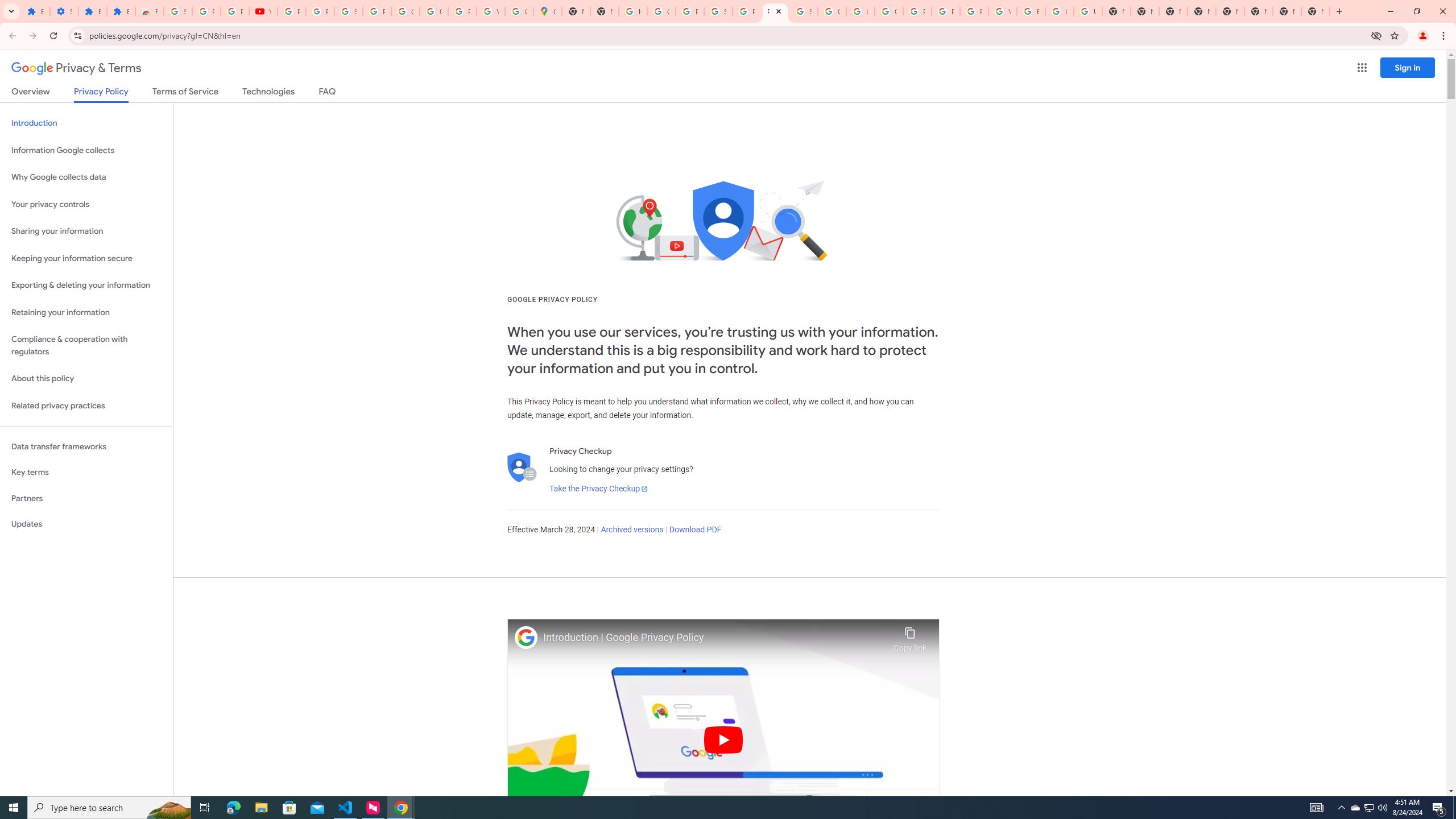 Image resolution: width=1456 pixels, height=819 pixels. What do you see at coordinates (405, 11) in the screenshot?
I see `'Google Account'` at bounding box center [405, 11].